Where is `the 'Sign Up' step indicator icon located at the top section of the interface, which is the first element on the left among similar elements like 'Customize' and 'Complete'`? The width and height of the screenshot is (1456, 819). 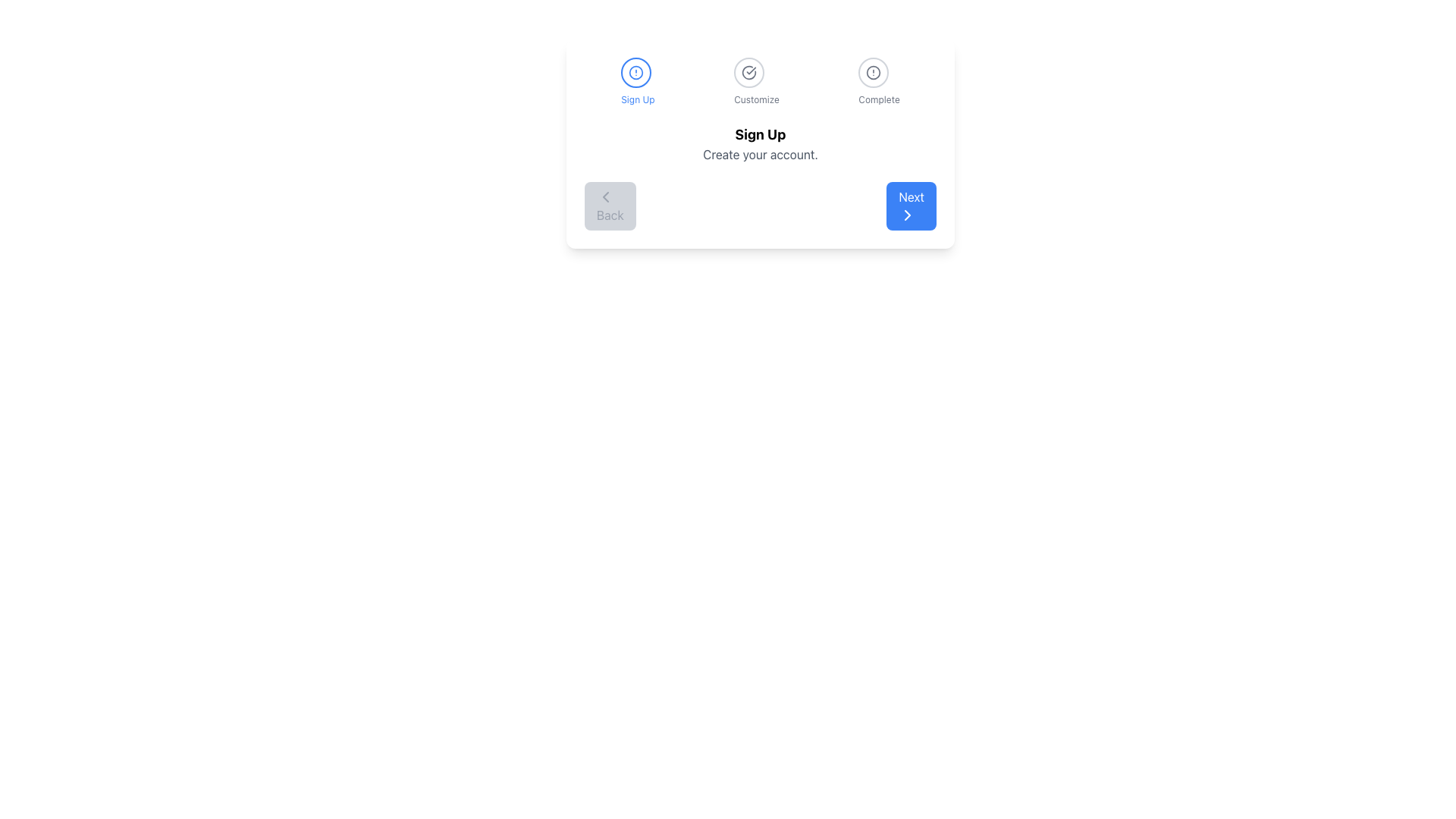 the 'Sign Up' step indicator icon located at the top section of the interface, which is the first element on the left among similar elements like 'Customize' and 'Complete' is located at coordinates (638, 82).